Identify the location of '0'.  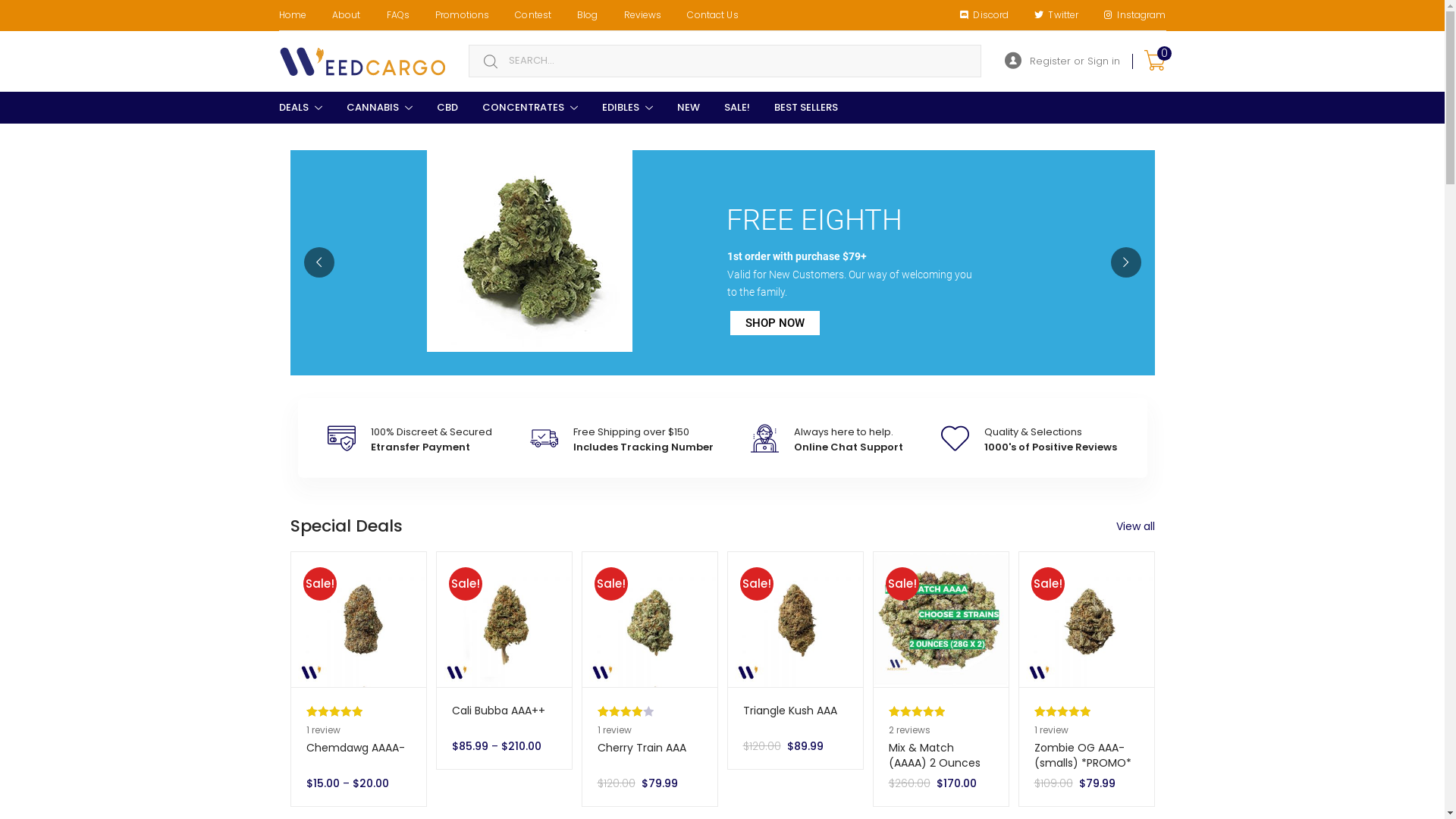
(1153, 61).